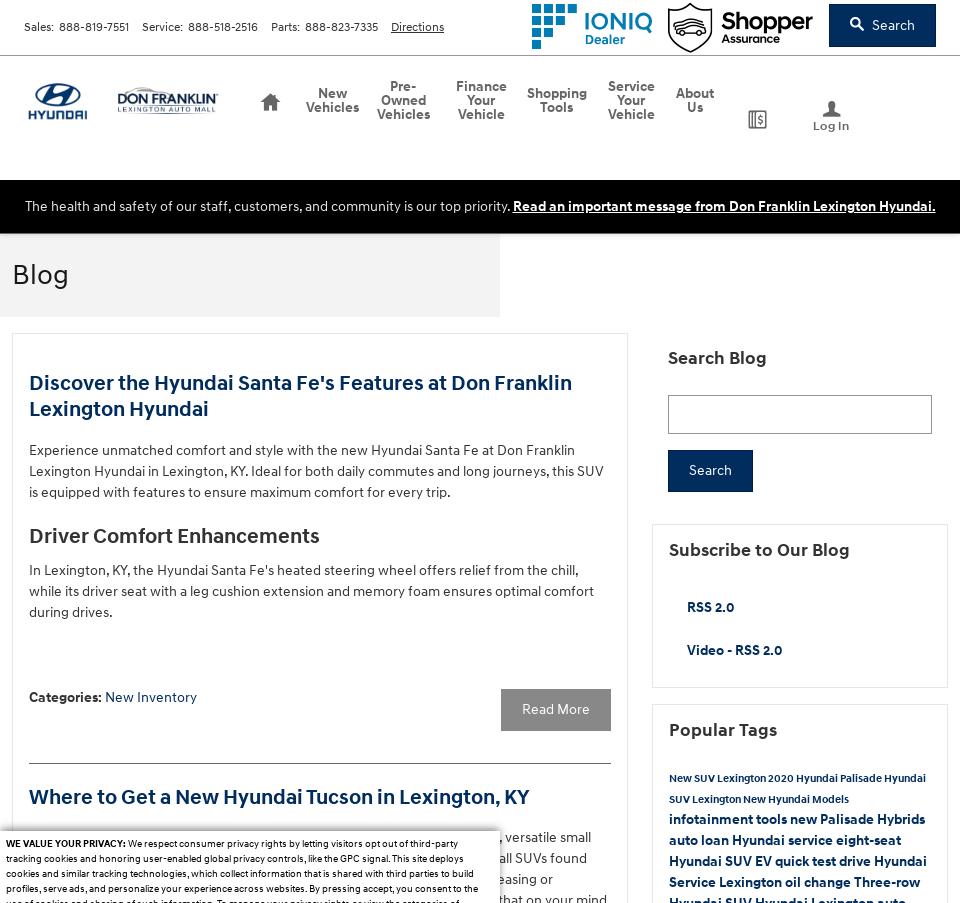 This screenshot has width=960, height=903. What do you see at coordinates (700, 838) in the screenshot?
I see `'auto loan'` at bounding box center [700, 838].